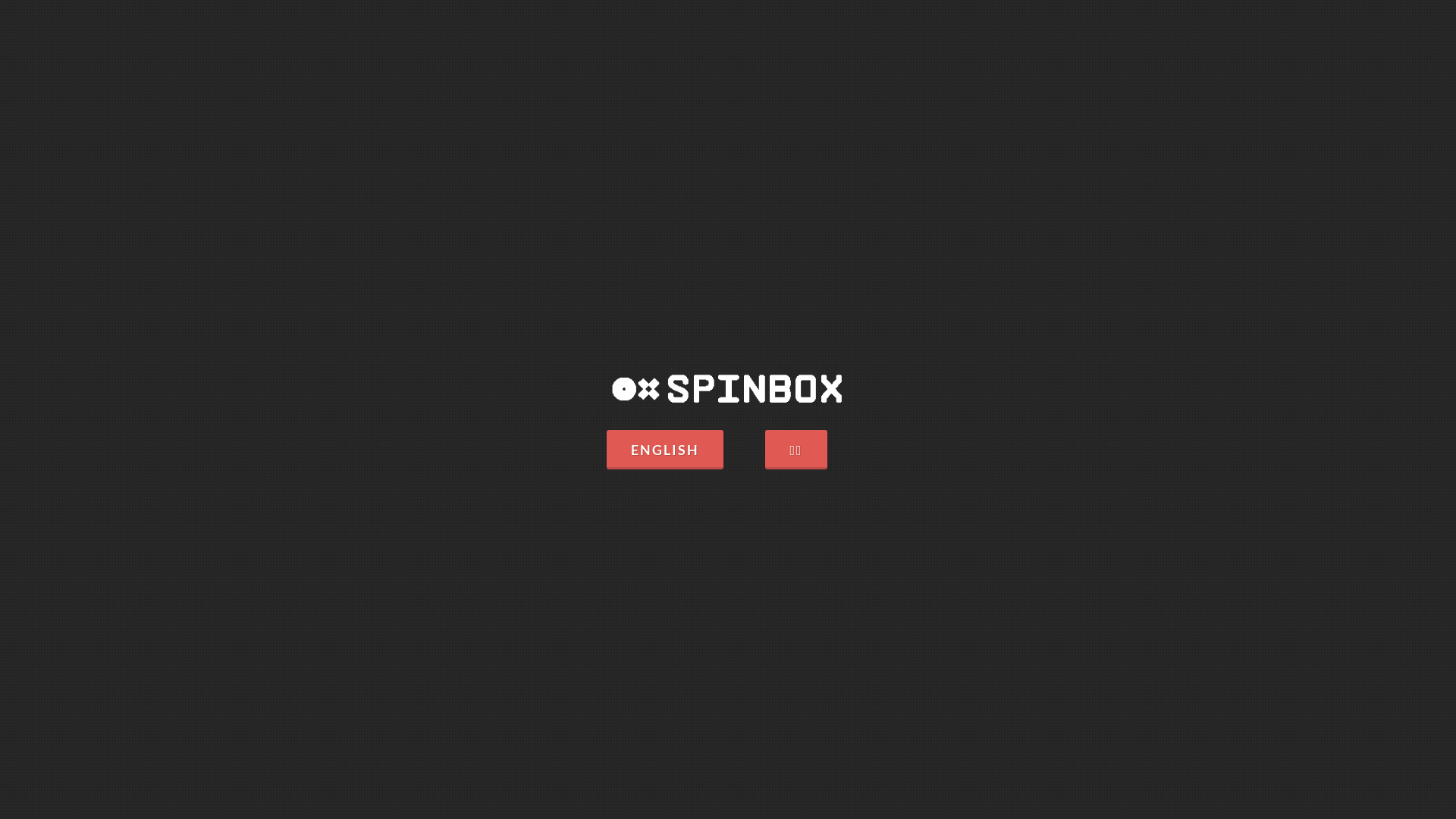 The height and width of the screenshot is (819, 1456). I want to click on 'ENGLISH', so click(607, 449).